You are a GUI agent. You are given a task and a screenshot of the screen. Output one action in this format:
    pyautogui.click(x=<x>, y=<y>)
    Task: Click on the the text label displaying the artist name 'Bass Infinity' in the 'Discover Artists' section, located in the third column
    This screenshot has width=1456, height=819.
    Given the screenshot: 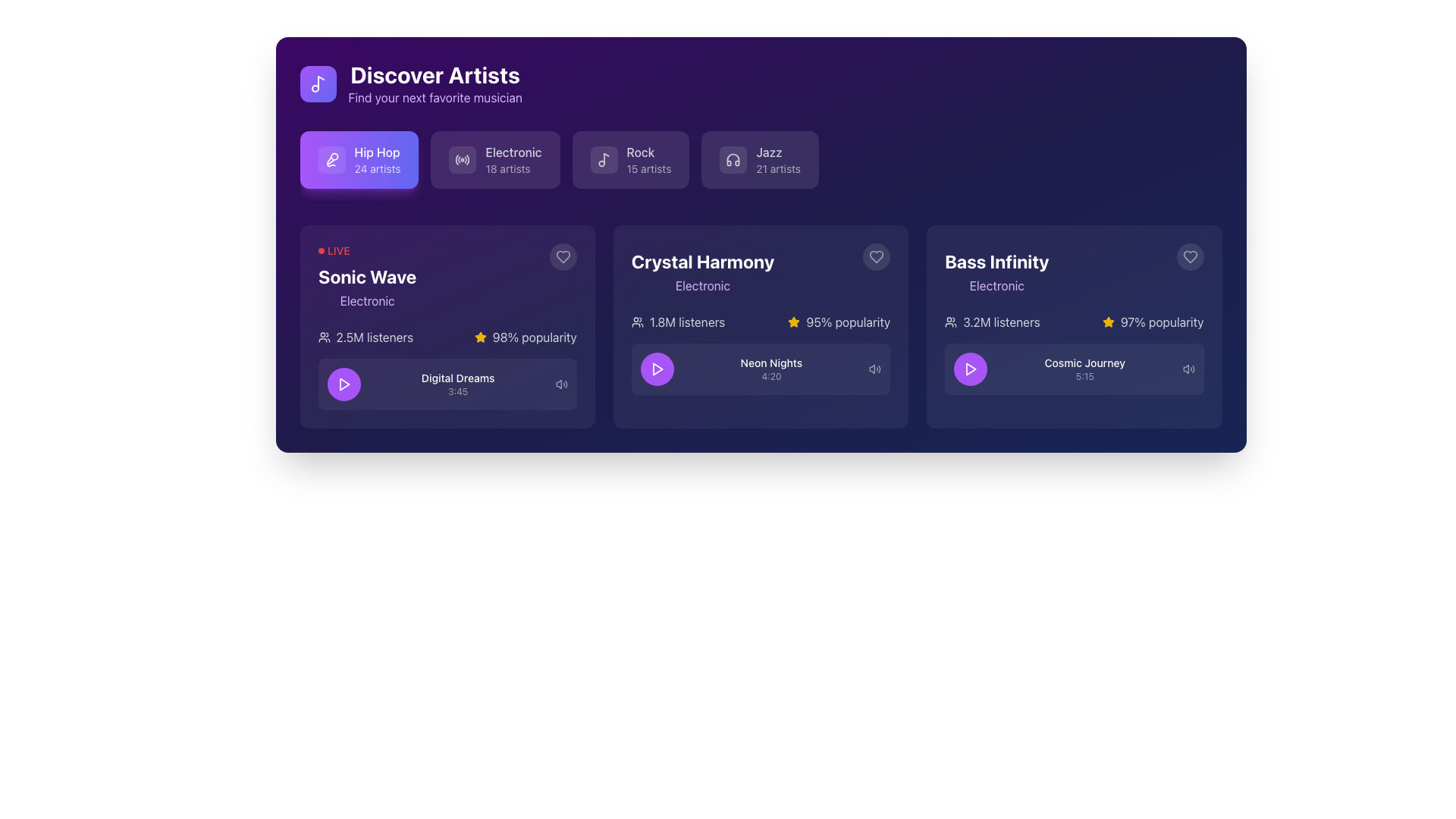 What is the action you would take?
    pyautogui.click(x=996, y=260)
    